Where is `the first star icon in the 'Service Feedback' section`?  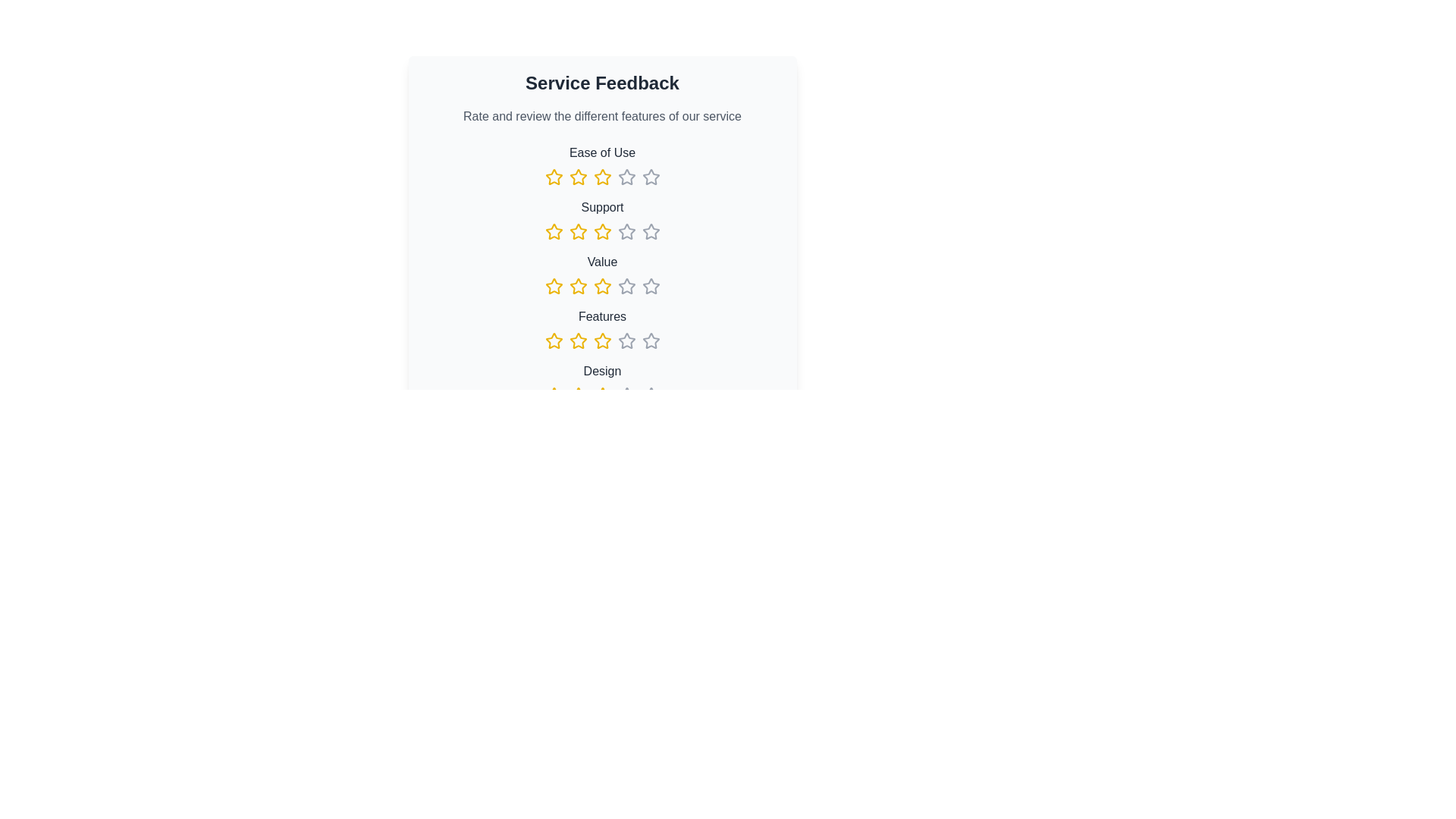 the first star icon in the 'Service Feedback' section is located at coordinates (553, 287).